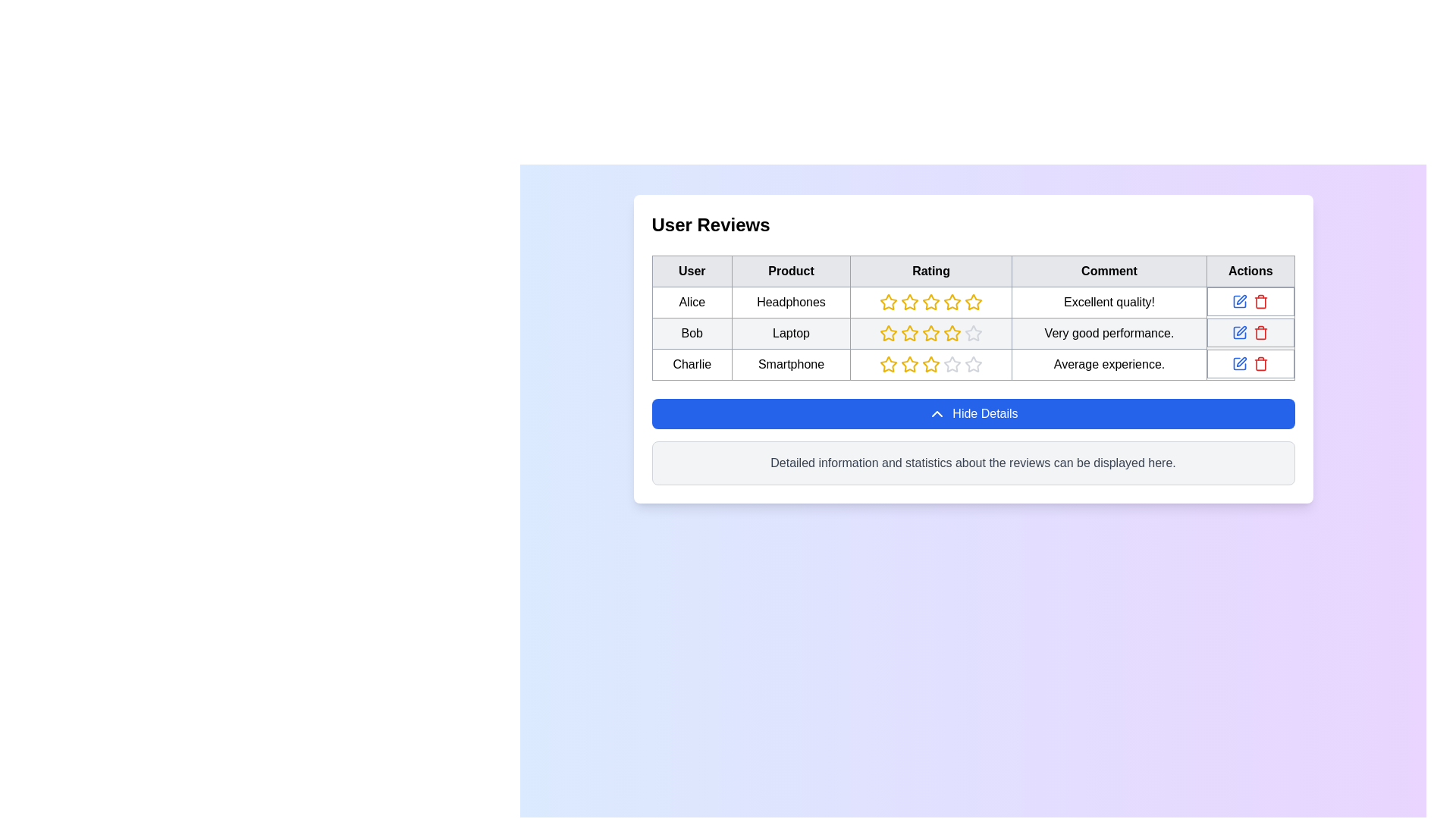 This screenshot has width=1456, height=819. I want to click on the third yellow star-shaped rating icon for user 'Bob' in the 'Rating' column, so click(888, 332).